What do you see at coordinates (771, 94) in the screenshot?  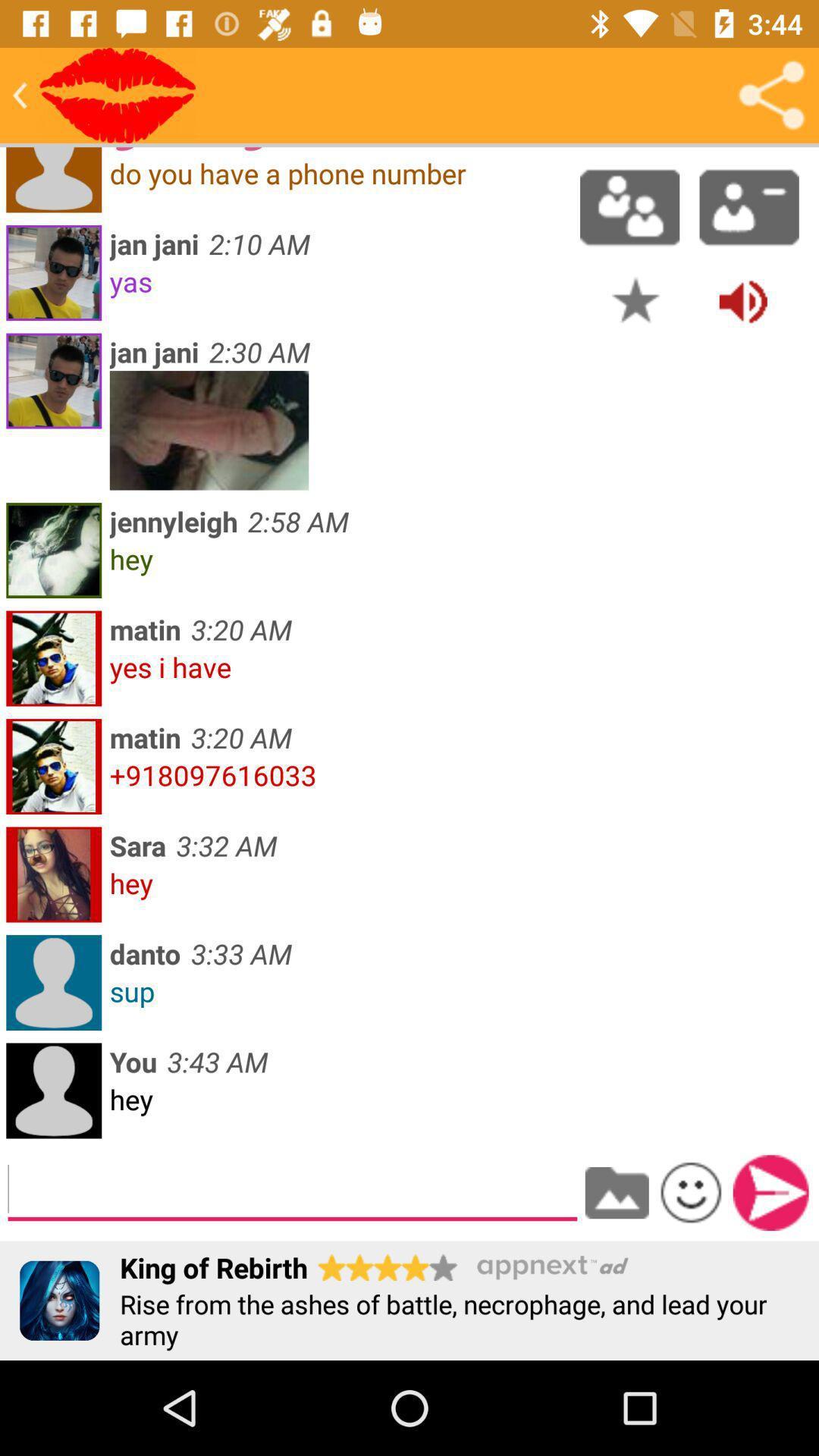 I see `share` at bounding box center [771, 94].